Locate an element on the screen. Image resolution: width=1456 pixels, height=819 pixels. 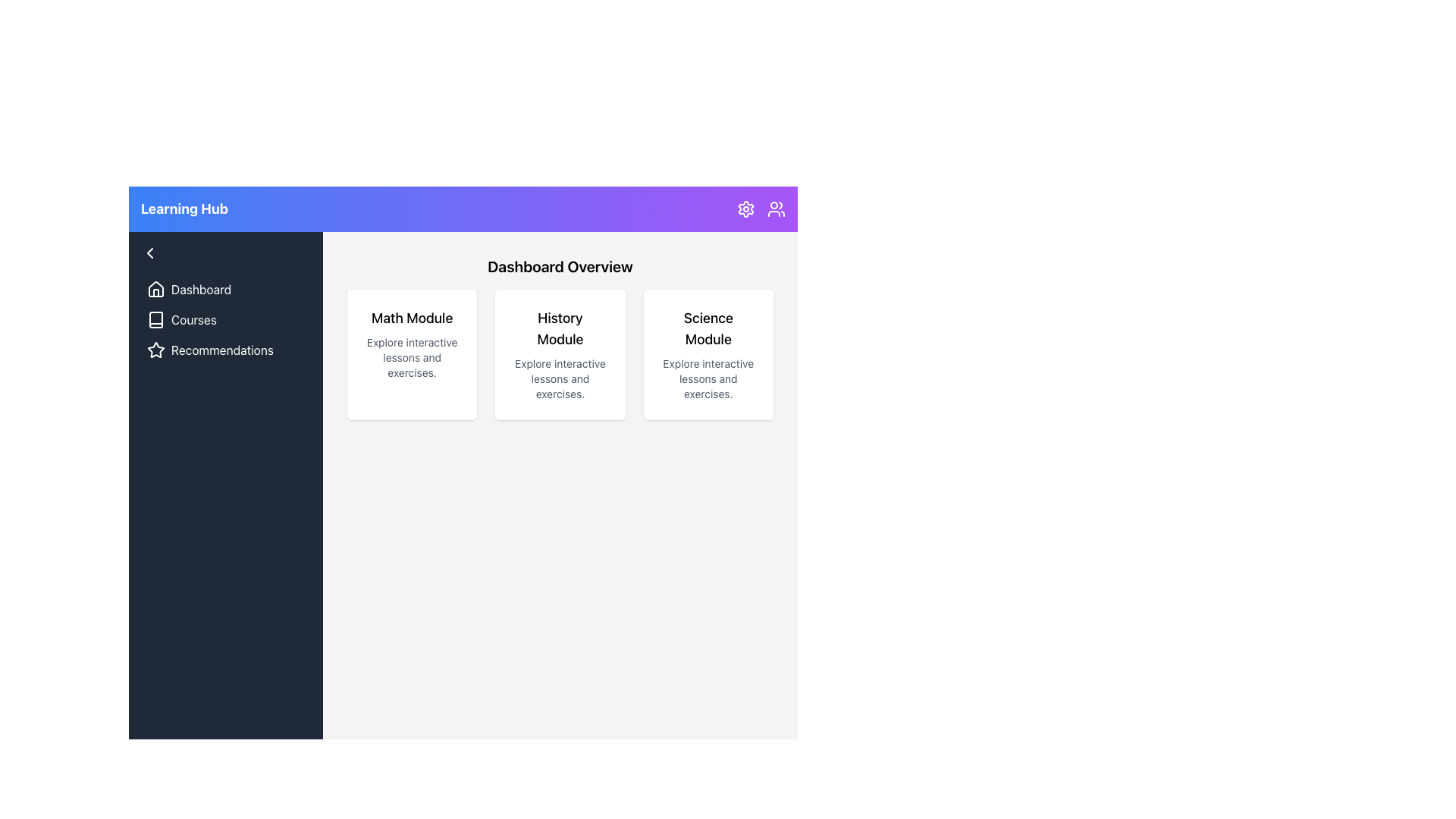
the 'Dashboard Overview' text label, which is a bold heading at the top of the main content area, emphasizing the section title is located at coordinates (560, 265).